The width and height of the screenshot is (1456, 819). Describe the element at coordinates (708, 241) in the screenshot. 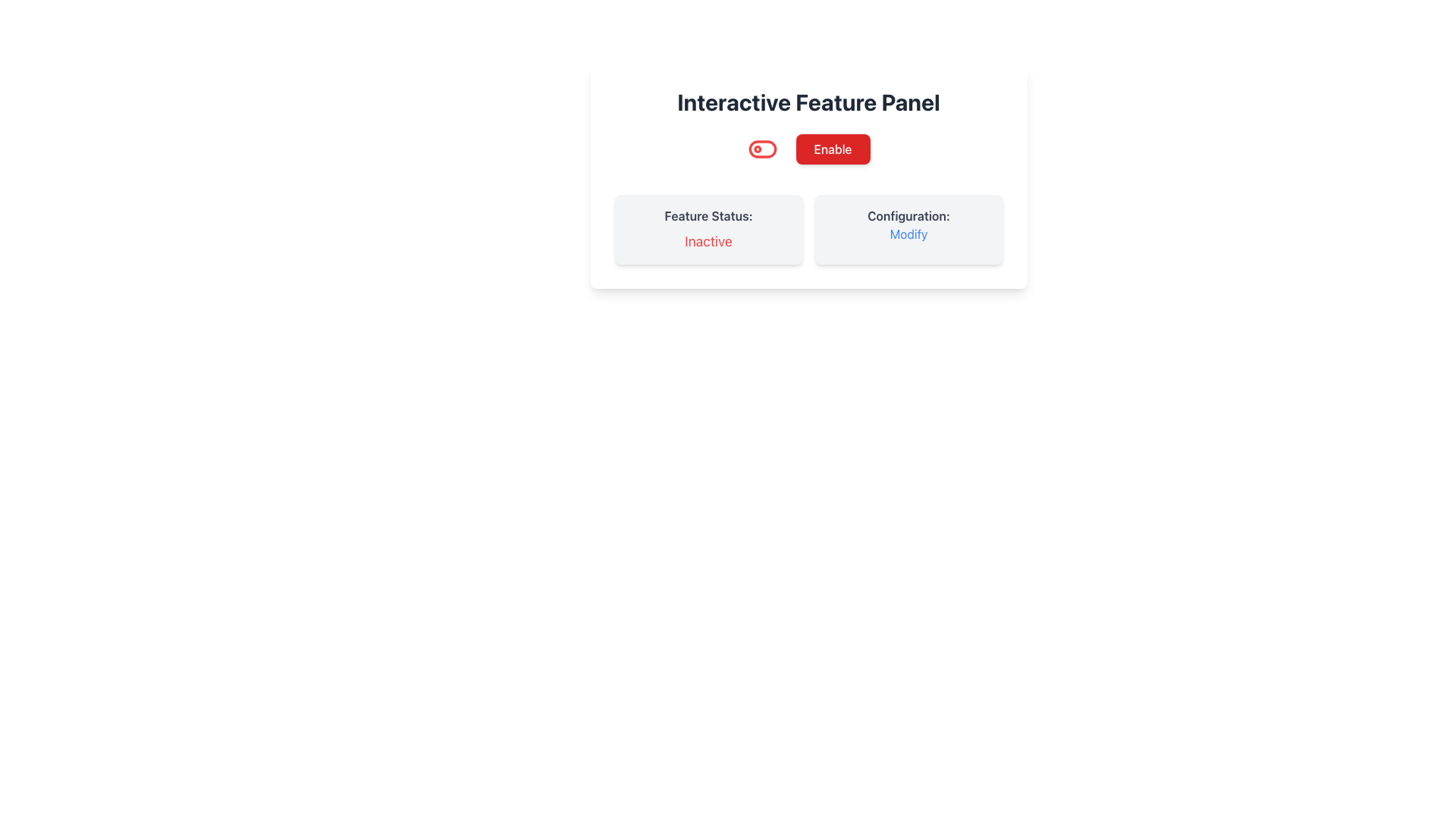

I see `the label displaying 'Inactive' in large, red, bold font, located in the lower section of the 'Feature Status:' box` at that location.